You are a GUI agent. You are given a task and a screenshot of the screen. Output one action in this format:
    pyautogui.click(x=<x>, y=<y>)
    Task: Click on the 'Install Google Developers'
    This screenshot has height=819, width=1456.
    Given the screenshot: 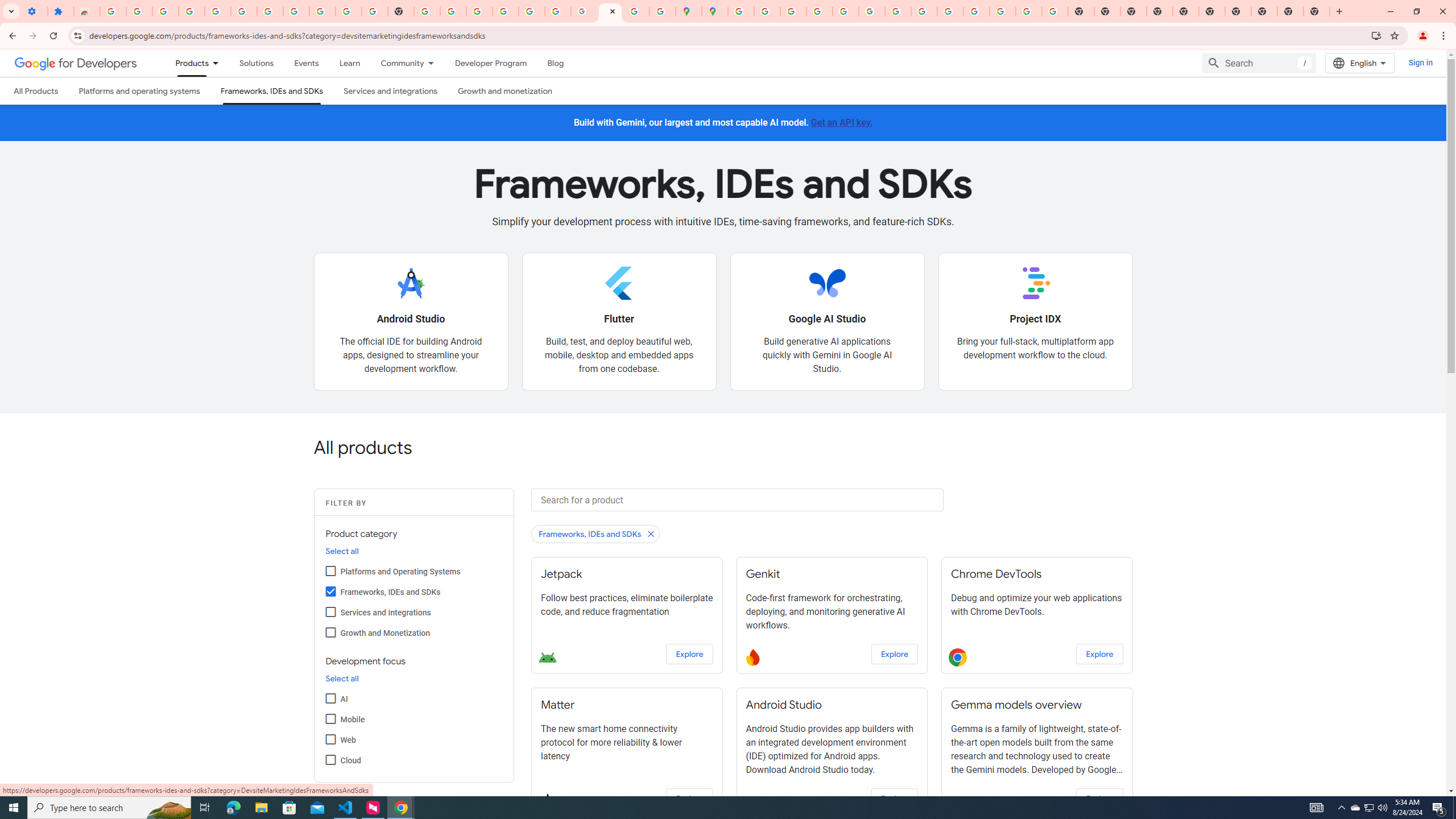 What is the action you would take?
    pyautogui.click(x=1376, y=35)
    